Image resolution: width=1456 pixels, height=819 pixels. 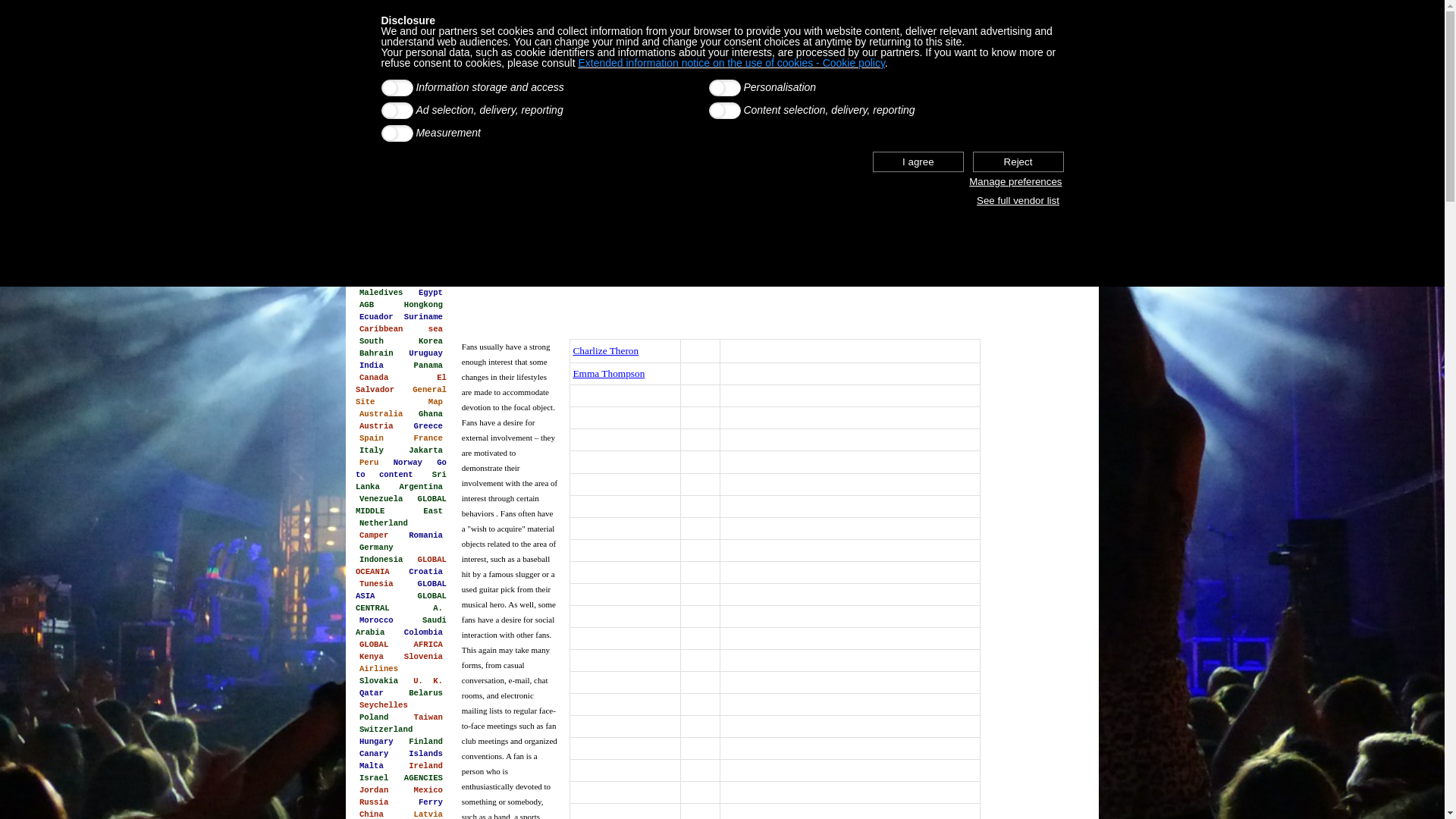 I want to click on 'General Site Map', so click(x=400, y=394).